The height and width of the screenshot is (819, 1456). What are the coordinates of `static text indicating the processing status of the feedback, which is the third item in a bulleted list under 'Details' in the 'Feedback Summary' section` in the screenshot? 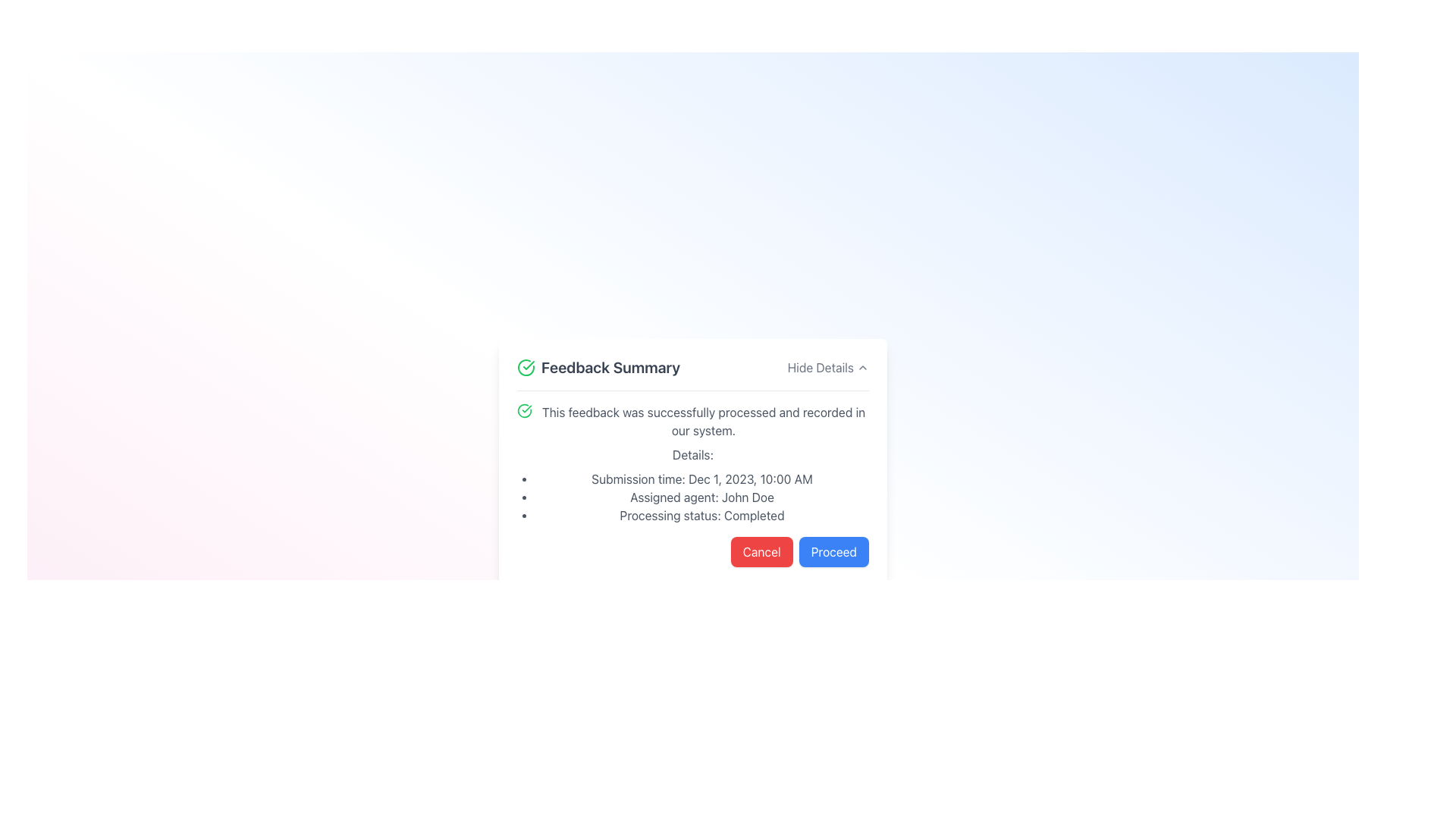 It's located at (701, 514).